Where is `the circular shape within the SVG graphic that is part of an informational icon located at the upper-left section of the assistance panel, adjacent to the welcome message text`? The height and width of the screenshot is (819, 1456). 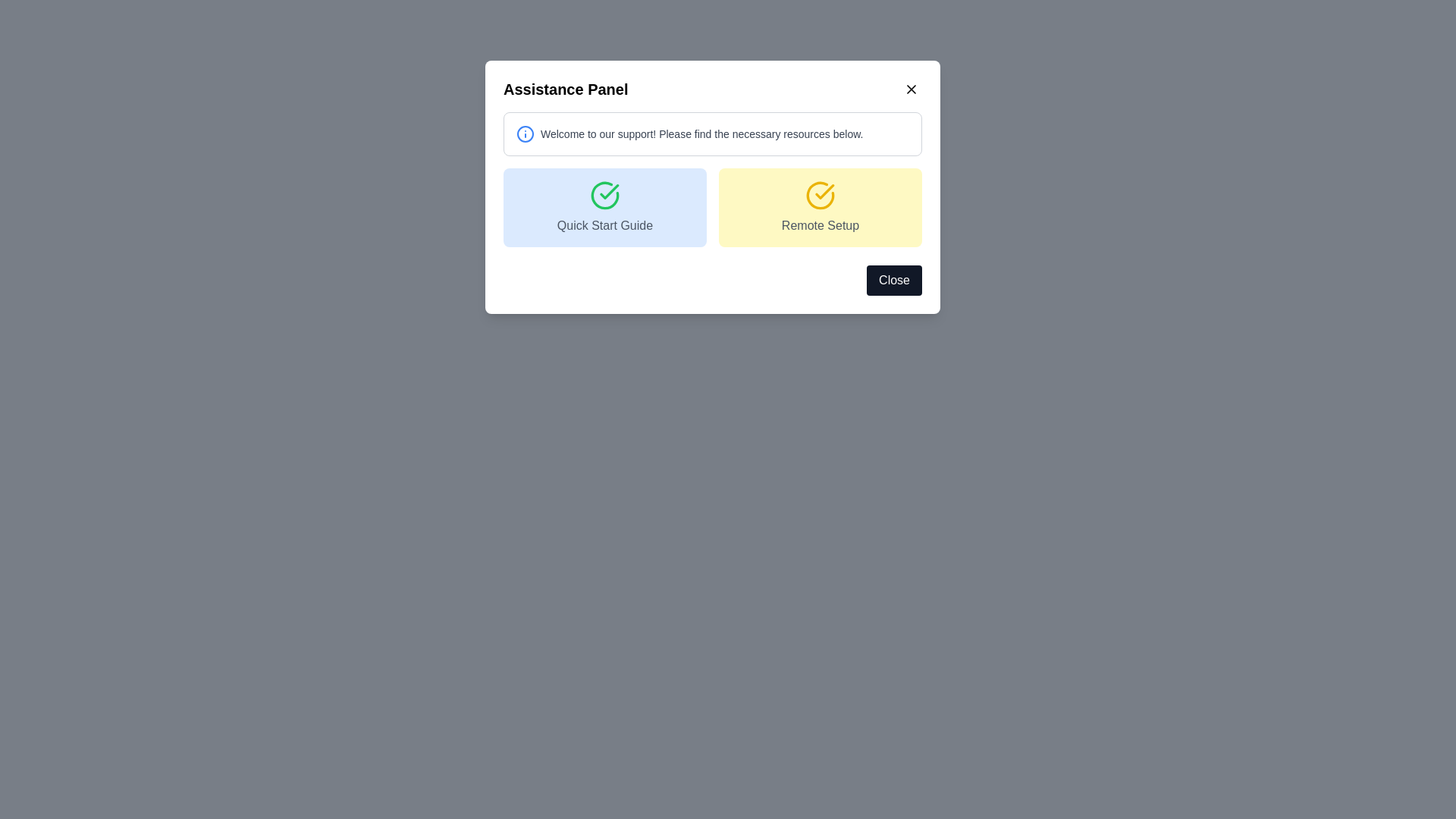 the circular shape within the SVG graphic that is part of an informational icon located at the upper-left section of the assistance panel, adjacent to the welcome message text is located at coordinates (525, 133).